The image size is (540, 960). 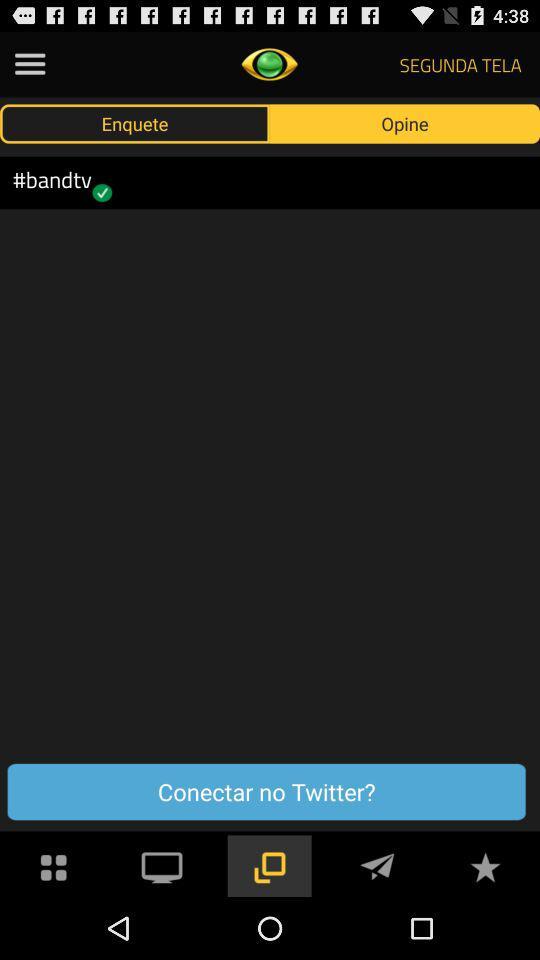 I want to click on opine, so click(x=405, y=122).